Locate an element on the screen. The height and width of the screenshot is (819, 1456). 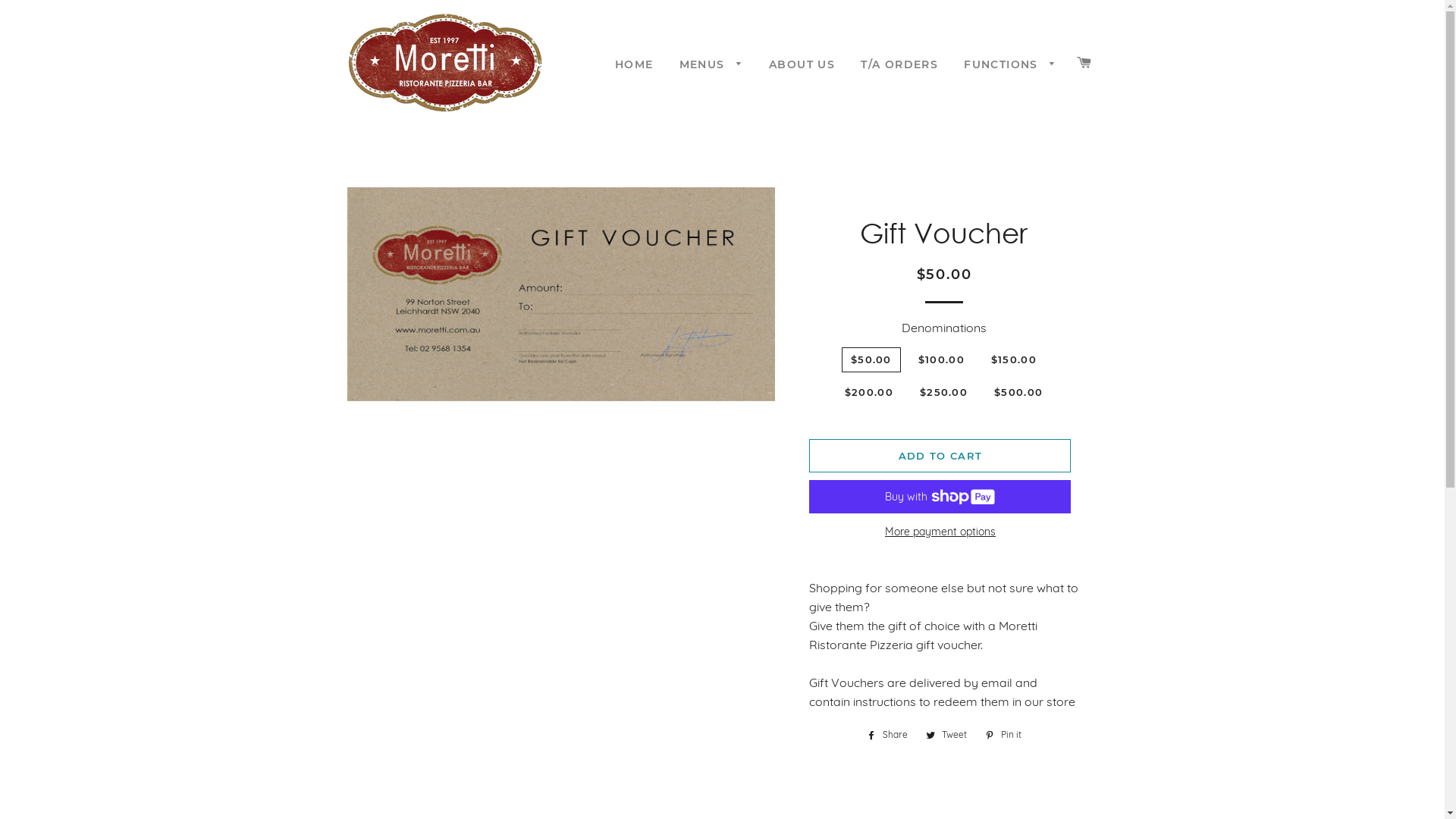
'ADD TO CART' is located at coordinates (939, 455).